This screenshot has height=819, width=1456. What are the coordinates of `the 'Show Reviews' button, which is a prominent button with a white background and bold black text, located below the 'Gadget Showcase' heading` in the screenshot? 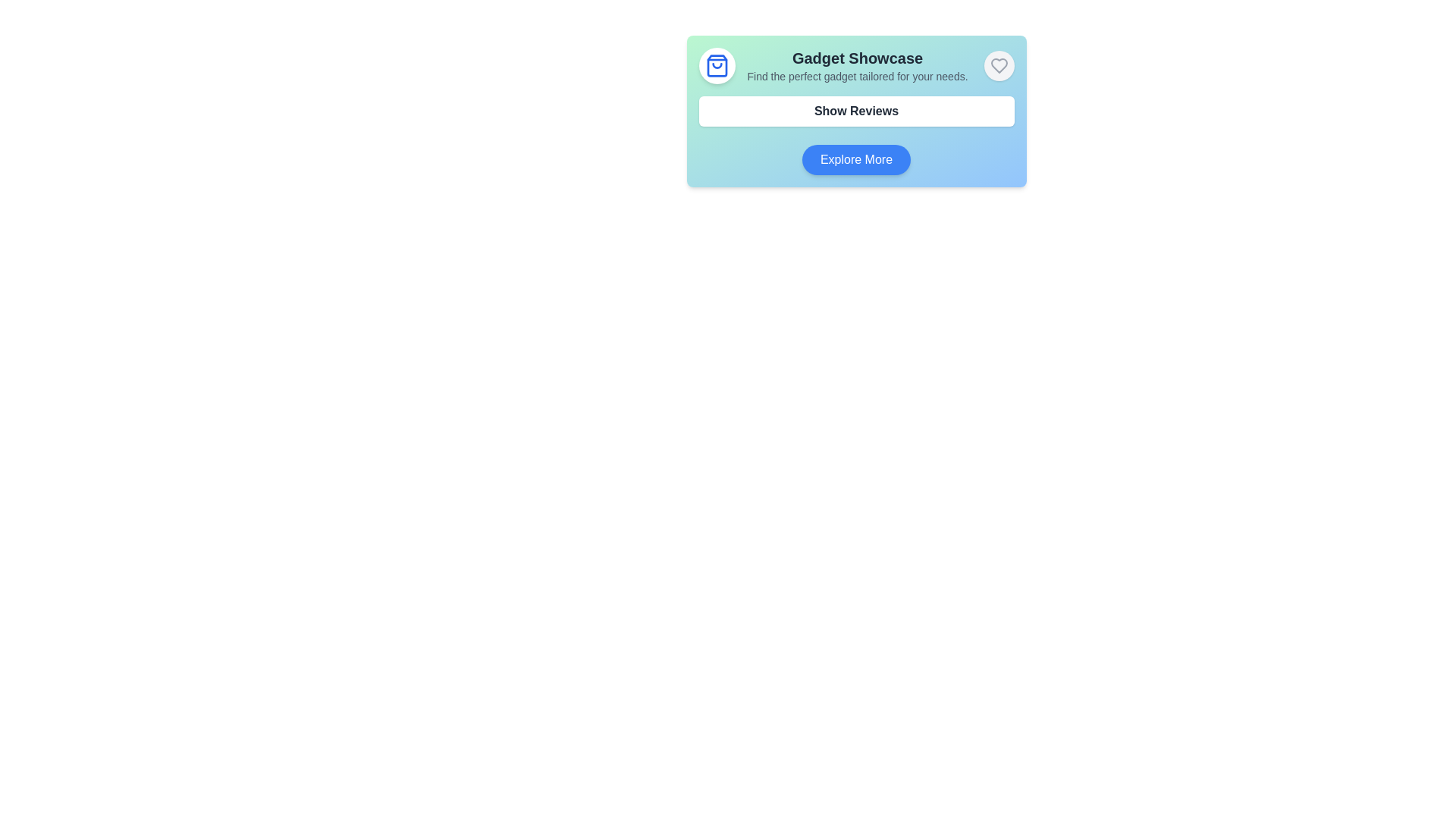 It's located at (856, 110).